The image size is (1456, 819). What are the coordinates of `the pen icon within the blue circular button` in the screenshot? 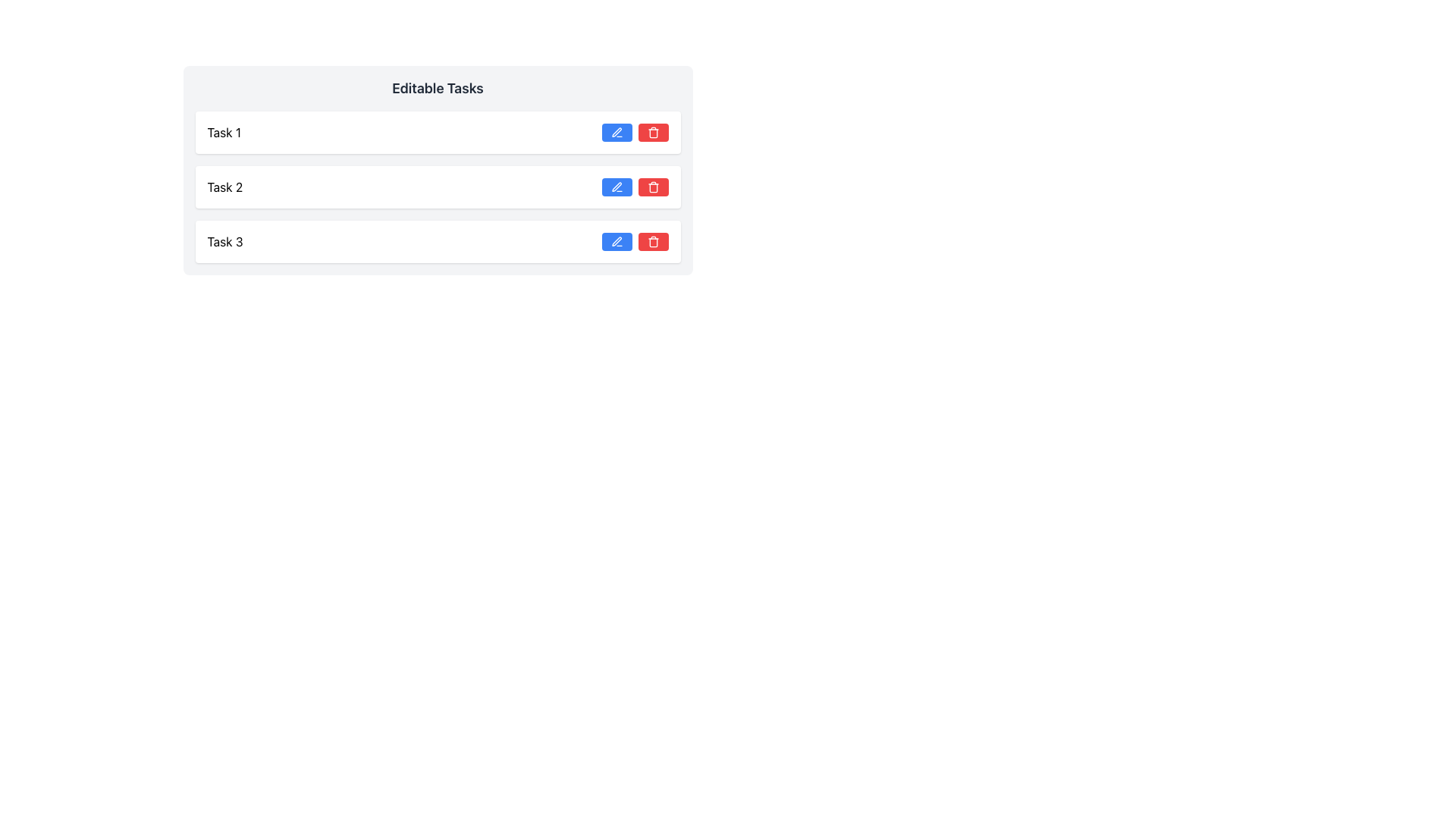 It's located at (617, 186).